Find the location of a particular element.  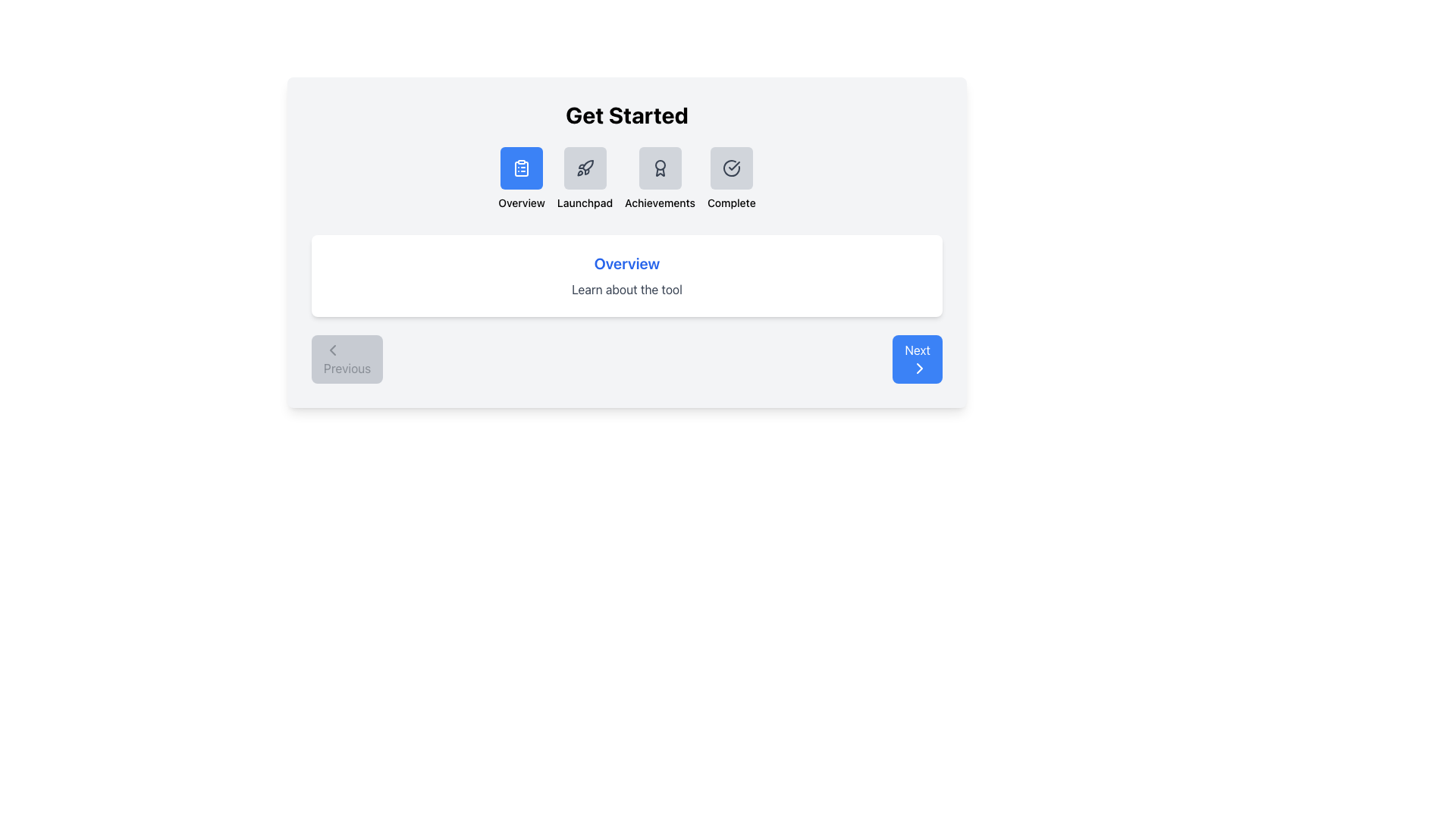

the navigation card labeled 'Achievements', which features an award badge icon and is the third option in a horizontal navigation set is located at coordinates (660, 177).